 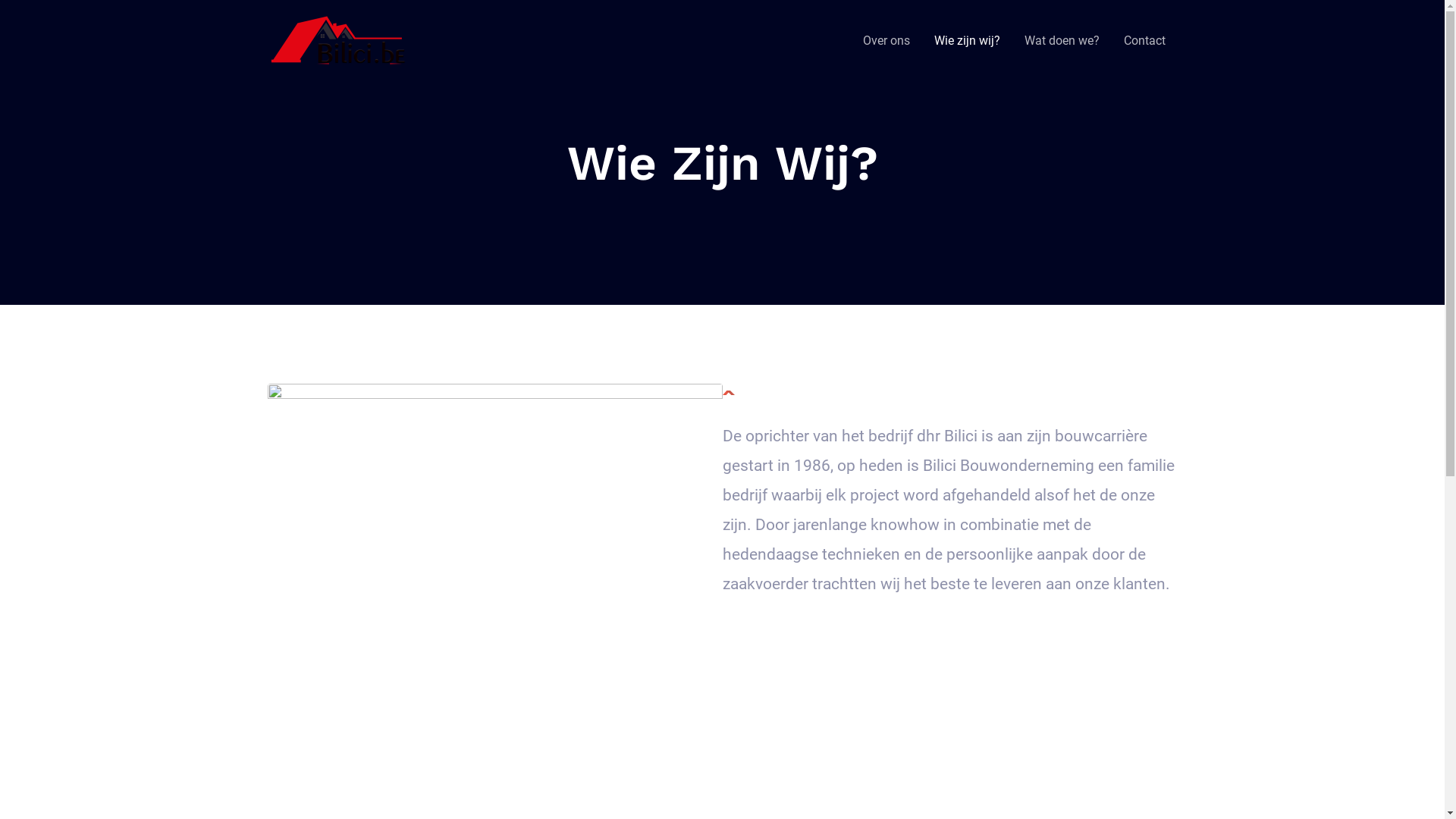 I want to click on 'Over ons', so click(x=886, y=39).